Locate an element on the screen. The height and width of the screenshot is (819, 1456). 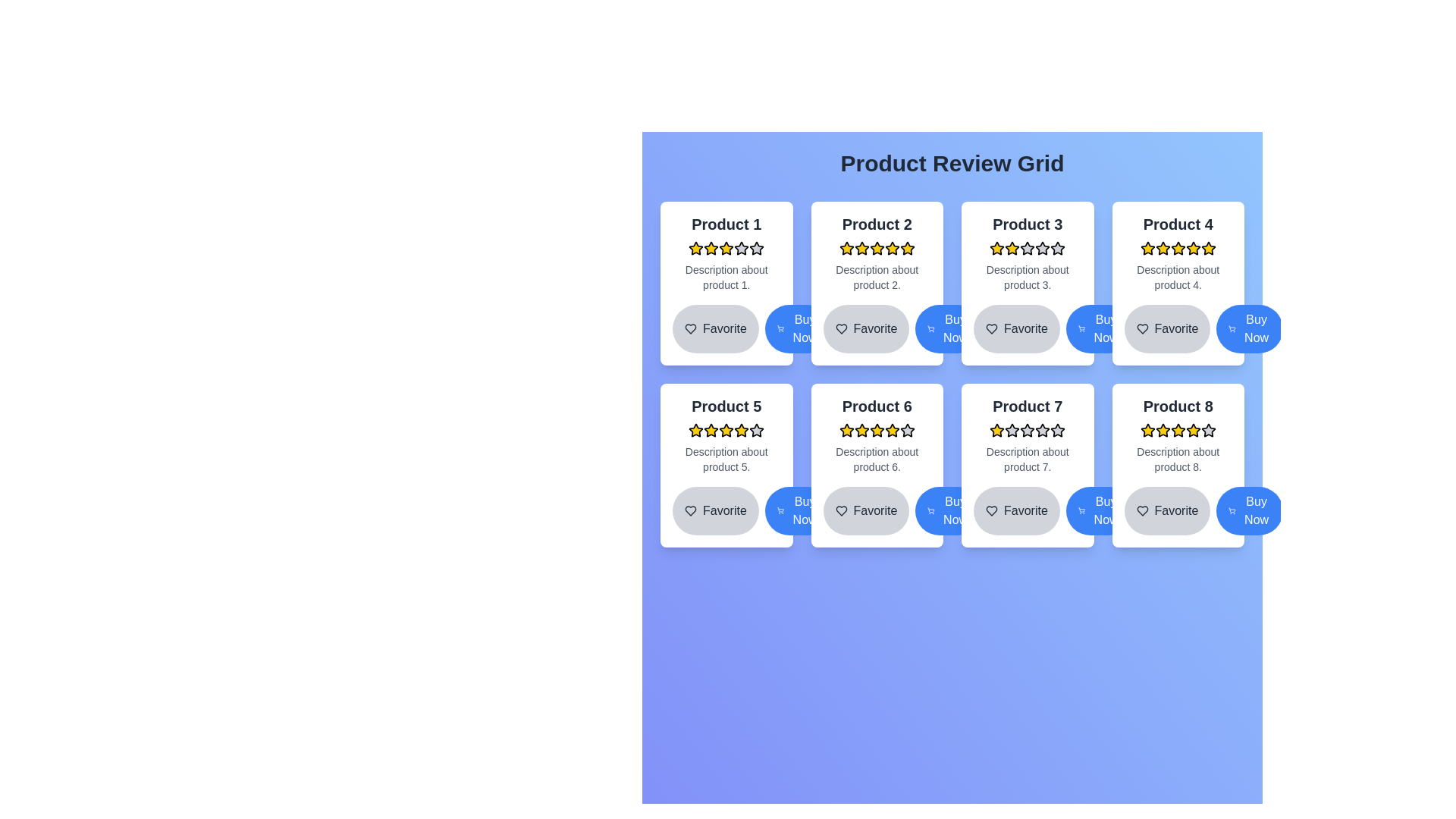
the blue circular 'Buy Now' button with a shopping cart icon located at the bottom-right corner of the 'Product 7' card to observe the hover effect is located at coordinates (1099, 511).